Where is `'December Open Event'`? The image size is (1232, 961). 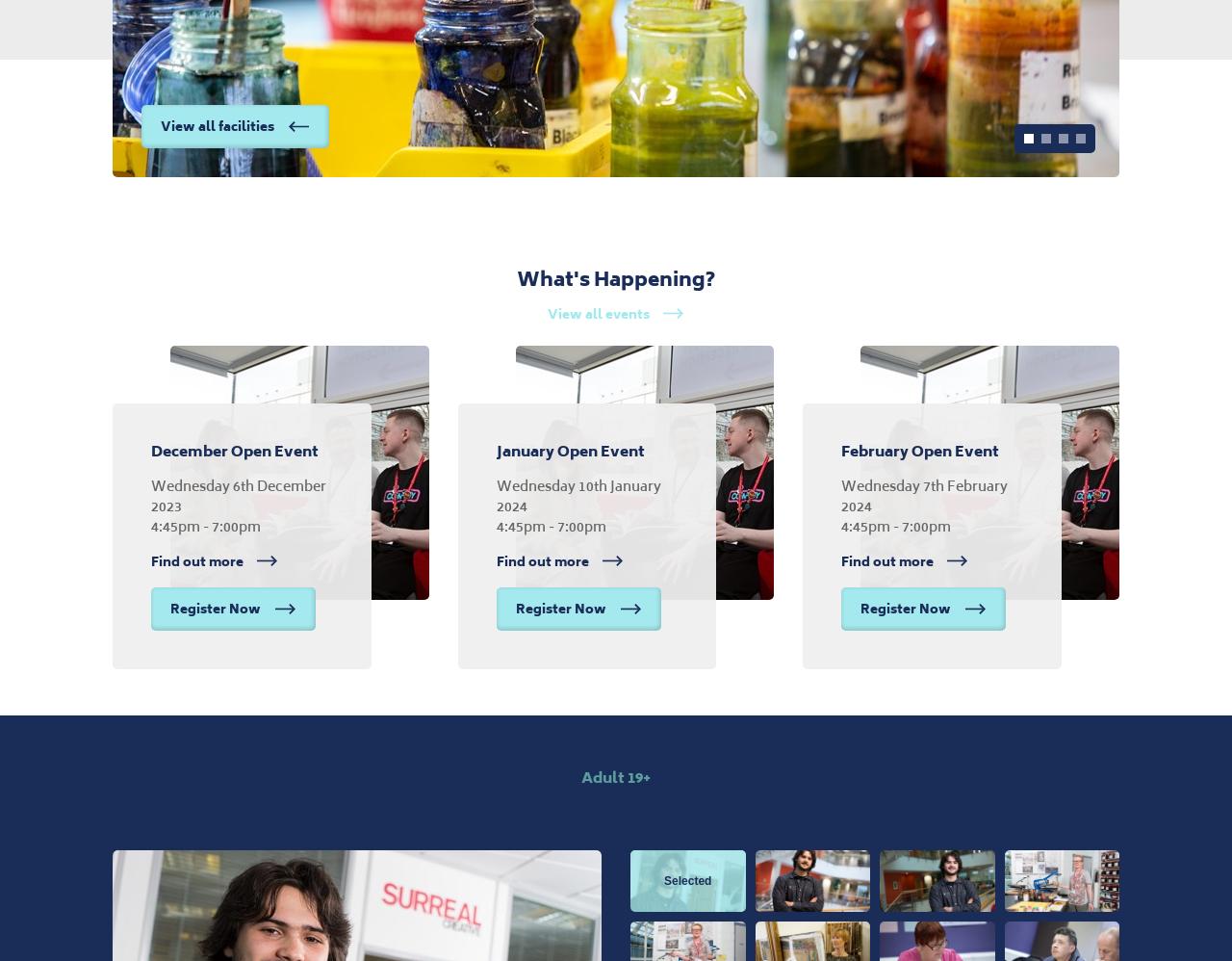 'December Open Event' is located at coordinates (233, 449).